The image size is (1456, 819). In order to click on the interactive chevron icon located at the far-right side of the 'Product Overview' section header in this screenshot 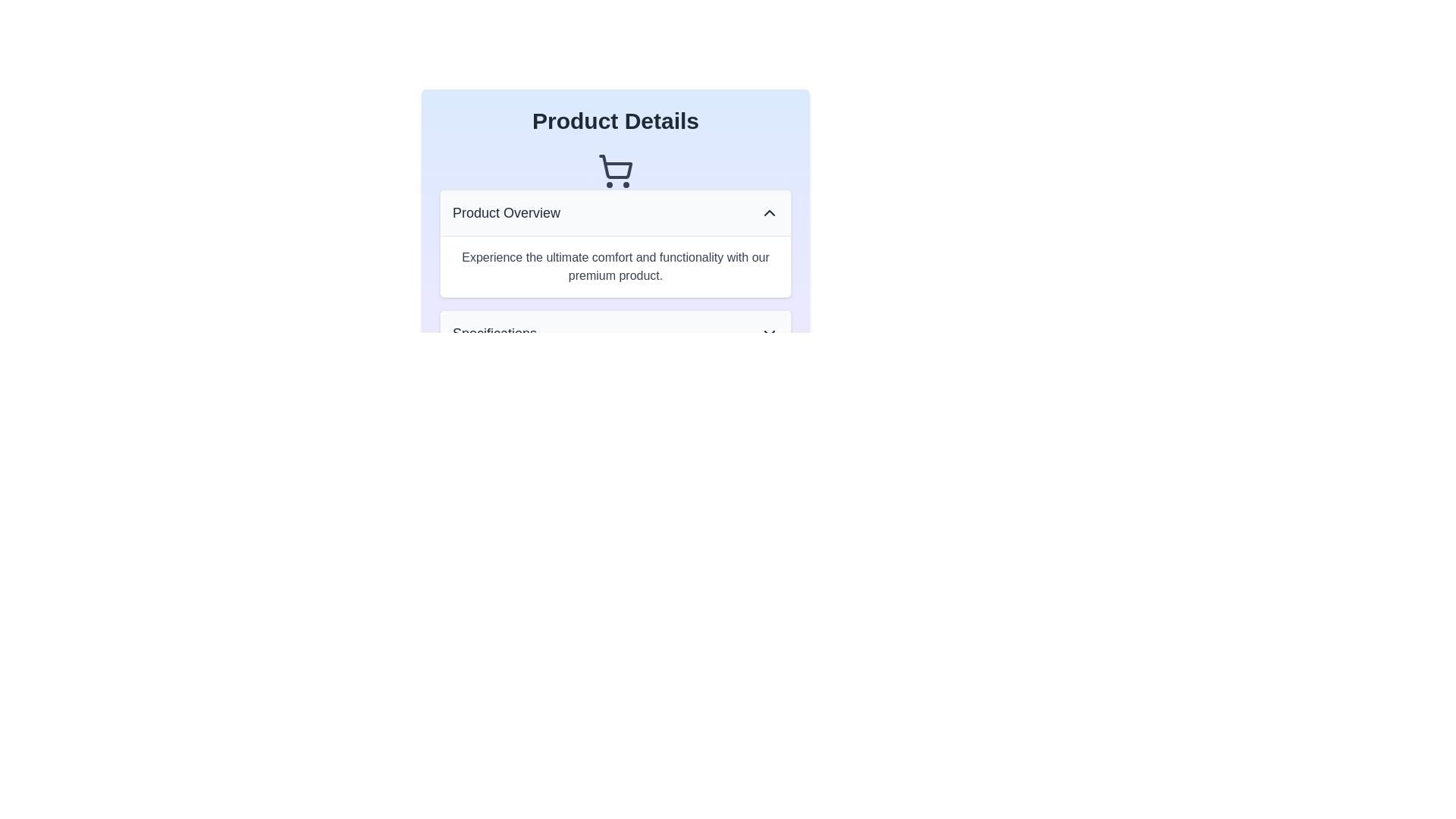, I will do `click(769, 213)`.